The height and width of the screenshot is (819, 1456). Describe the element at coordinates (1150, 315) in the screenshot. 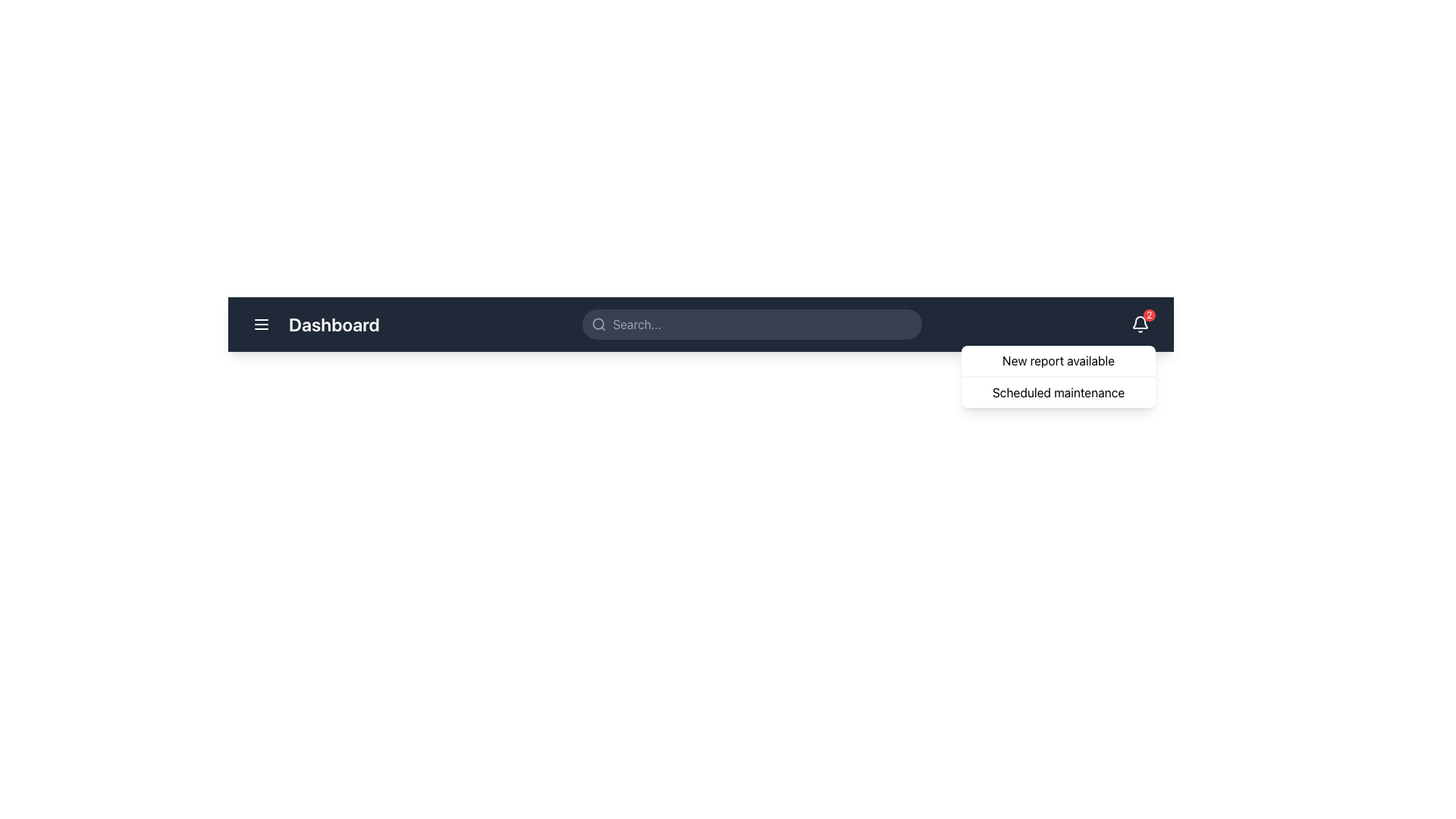

I see `the Notification badge that indicates the number of new or unread notifications associated with the bell icon located at the top-right corner of the bell icon in the navigation bar` at that location.